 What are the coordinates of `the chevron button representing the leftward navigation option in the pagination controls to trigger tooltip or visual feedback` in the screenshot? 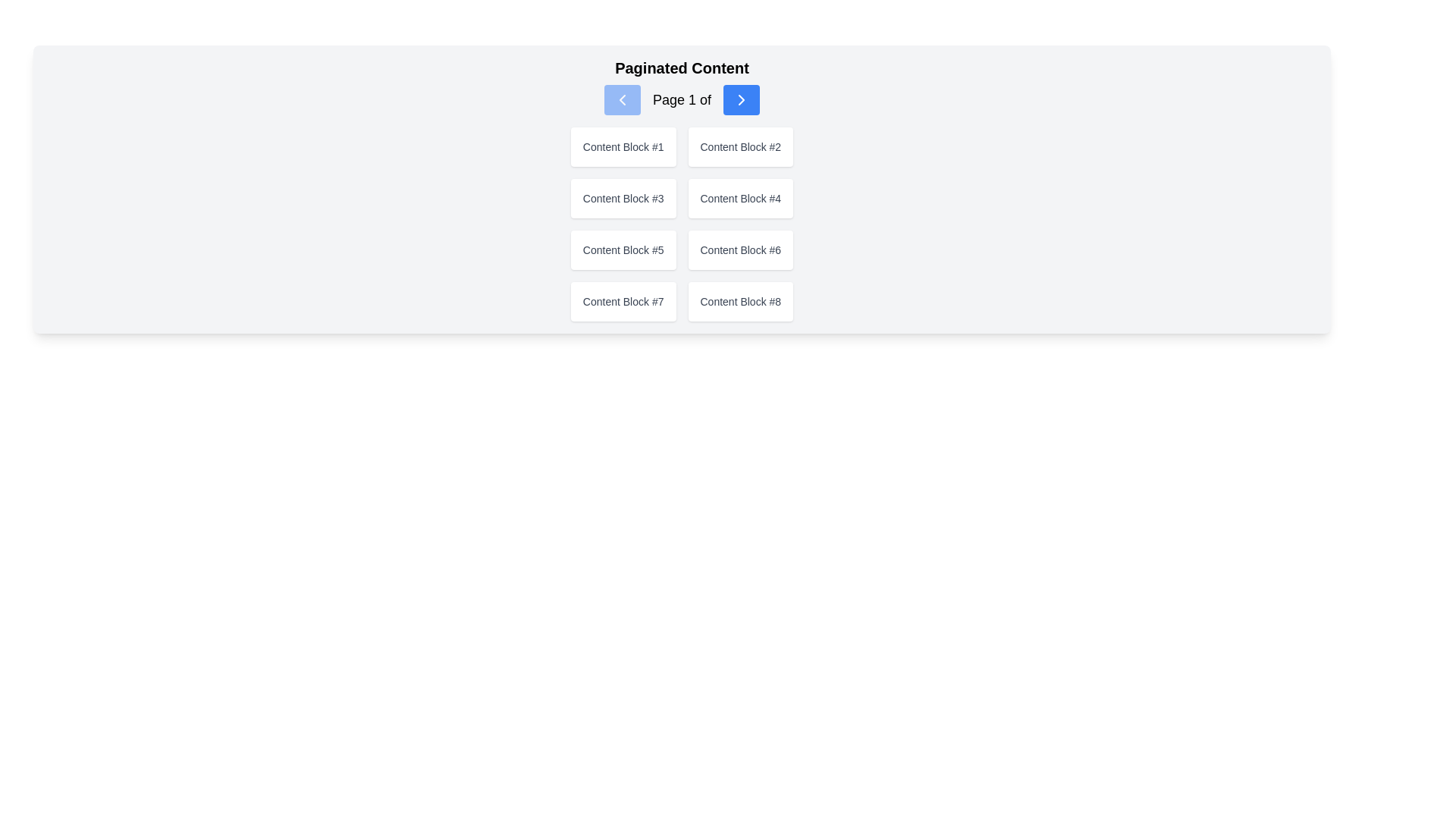 It's located at (622, 99).